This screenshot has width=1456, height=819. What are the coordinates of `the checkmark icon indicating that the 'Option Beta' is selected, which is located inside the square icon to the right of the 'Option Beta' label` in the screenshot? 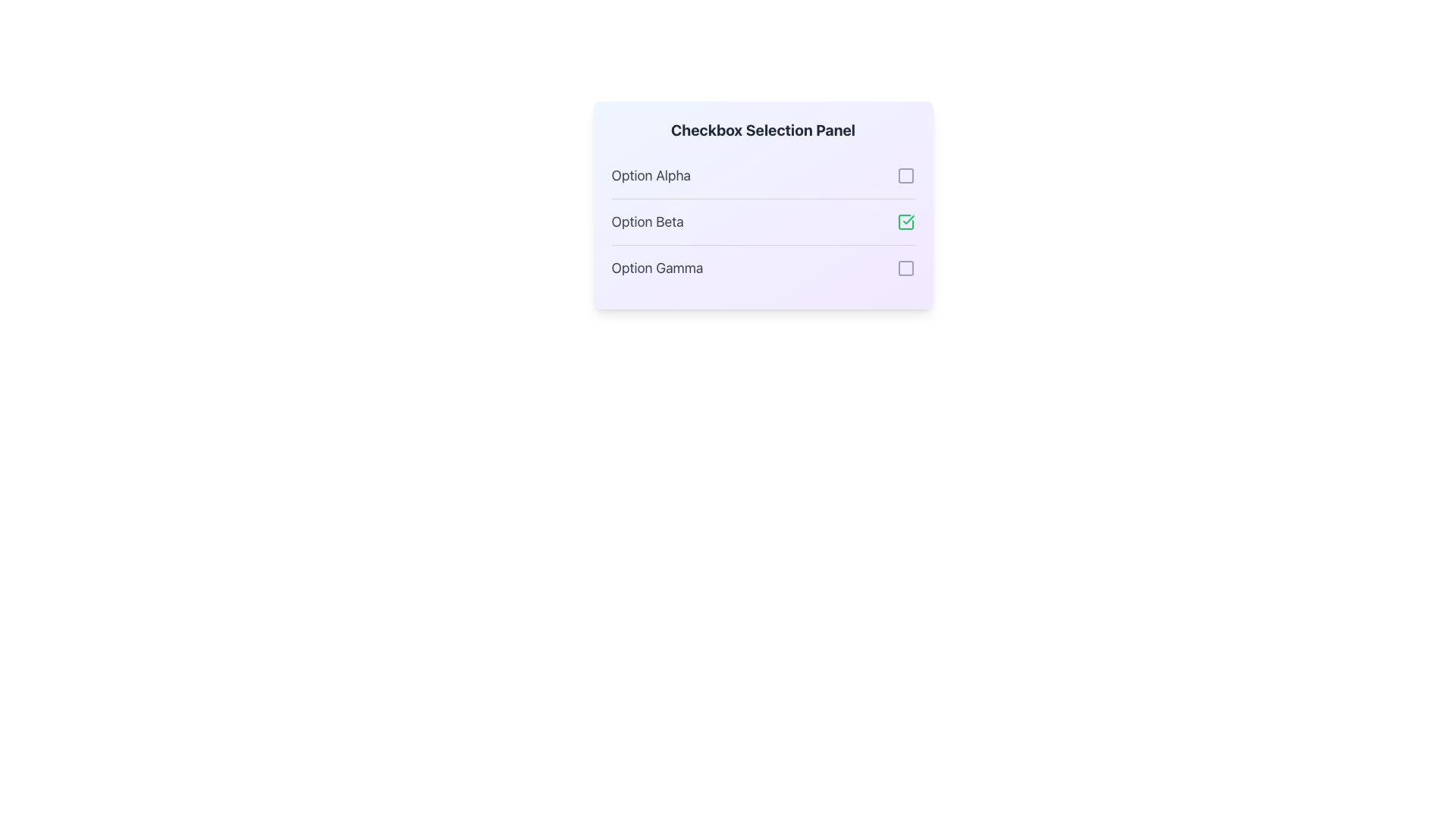 It's located at (908, 219).